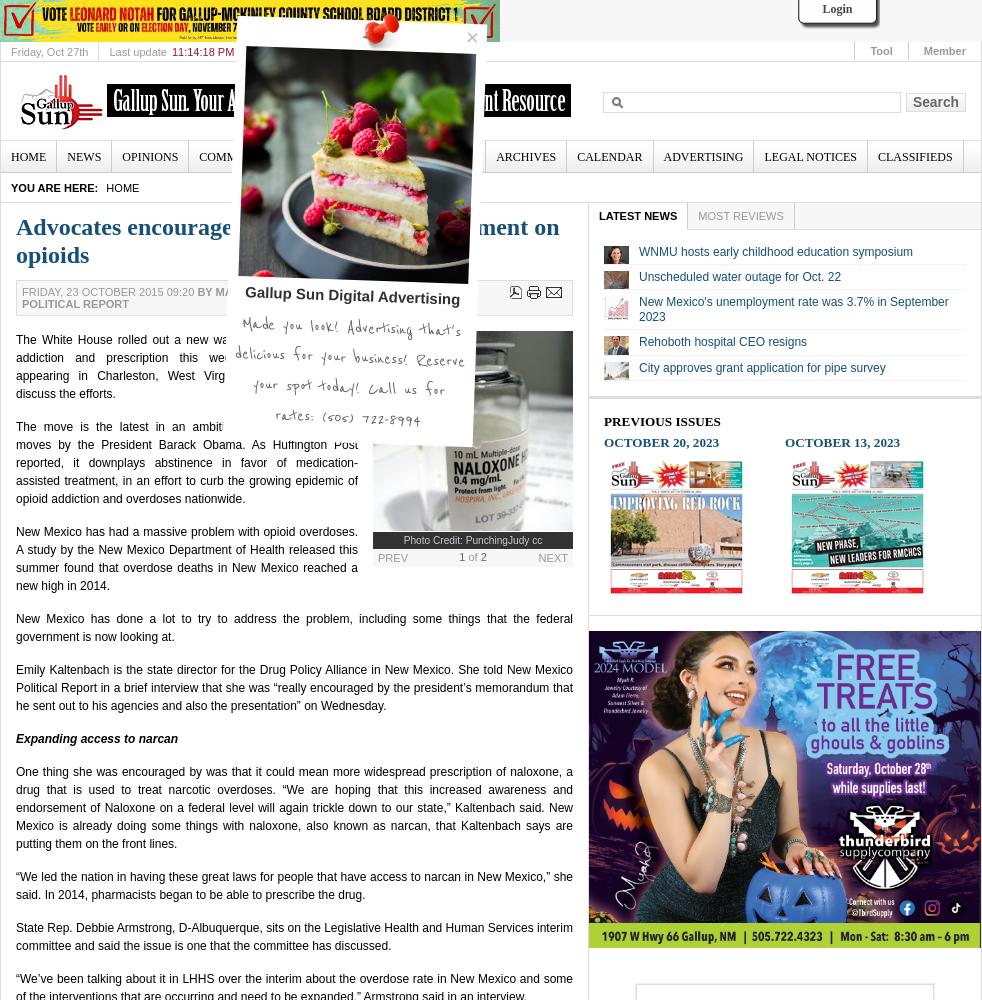 This screenshot has width=982, height=1000. What do you see at coordinates (215, 52) in the screenshot?
I see `'11:14:18 PM GMT'` at bounding box center [215, 52].